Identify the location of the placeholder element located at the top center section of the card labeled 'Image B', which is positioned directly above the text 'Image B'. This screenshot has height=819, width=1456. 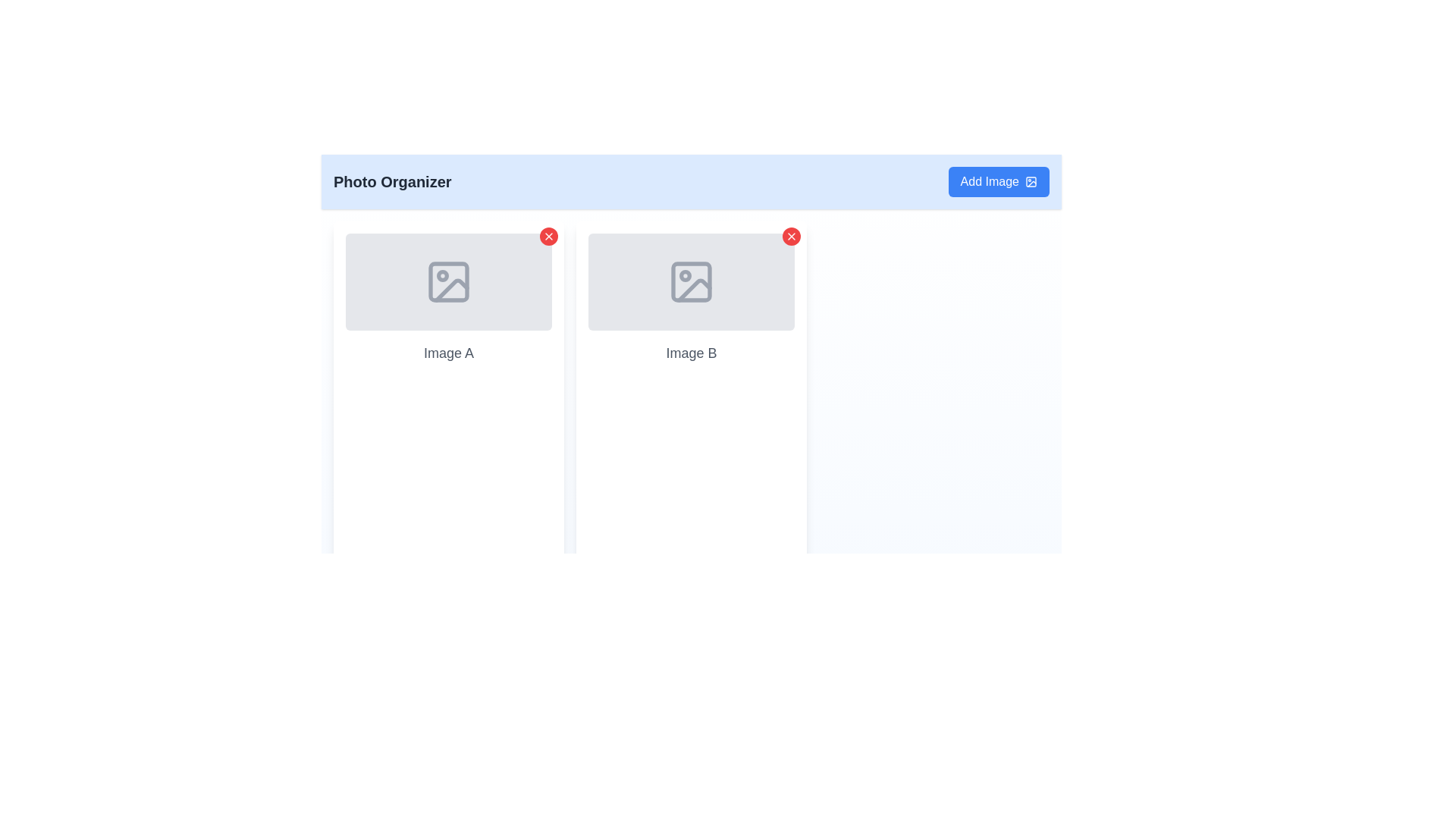
(691, 281).